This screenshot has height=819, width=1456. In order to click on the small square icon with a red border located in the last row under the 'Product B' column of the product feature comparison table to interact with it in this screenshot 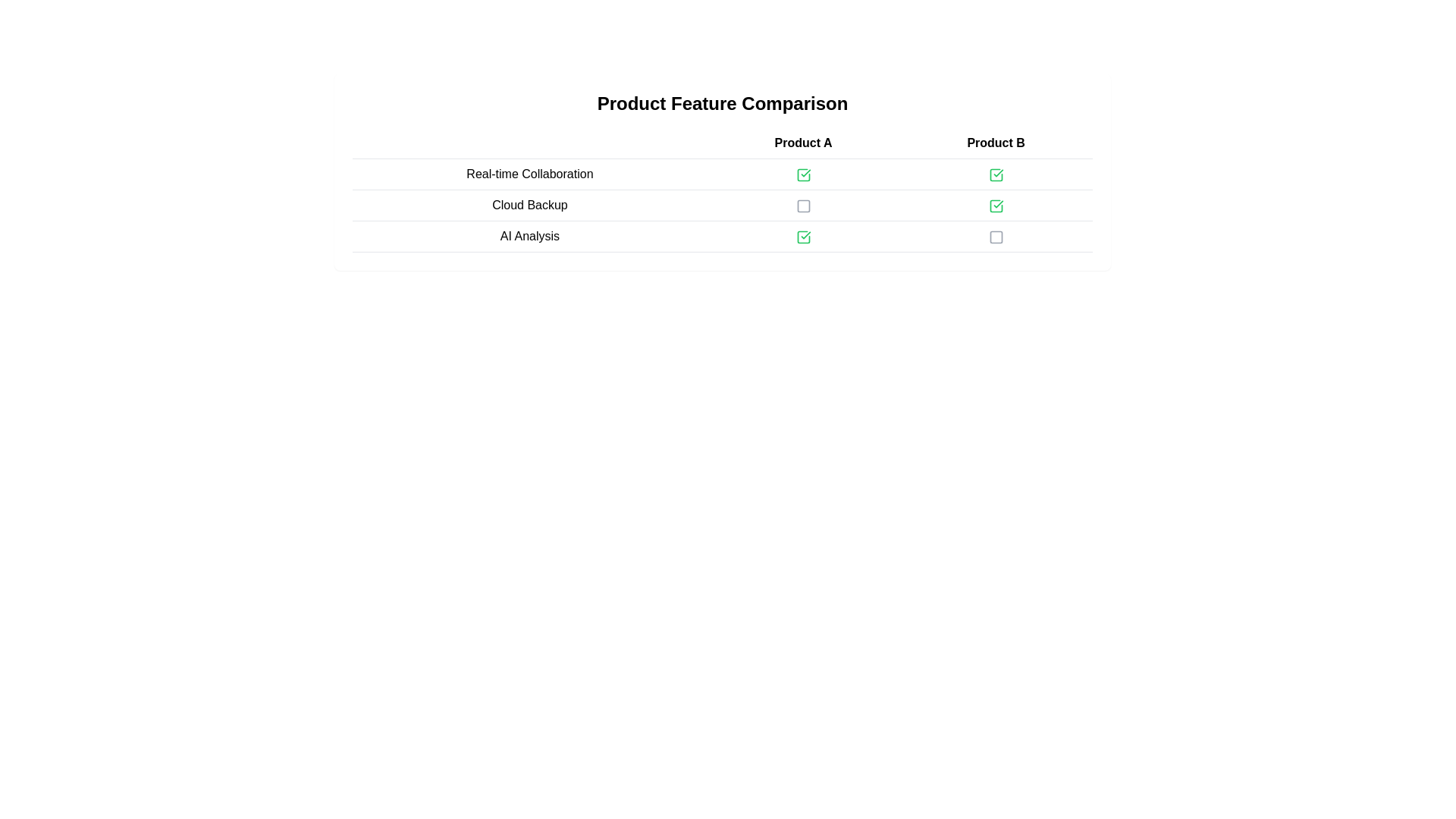, I will do `click(996, 237)`.